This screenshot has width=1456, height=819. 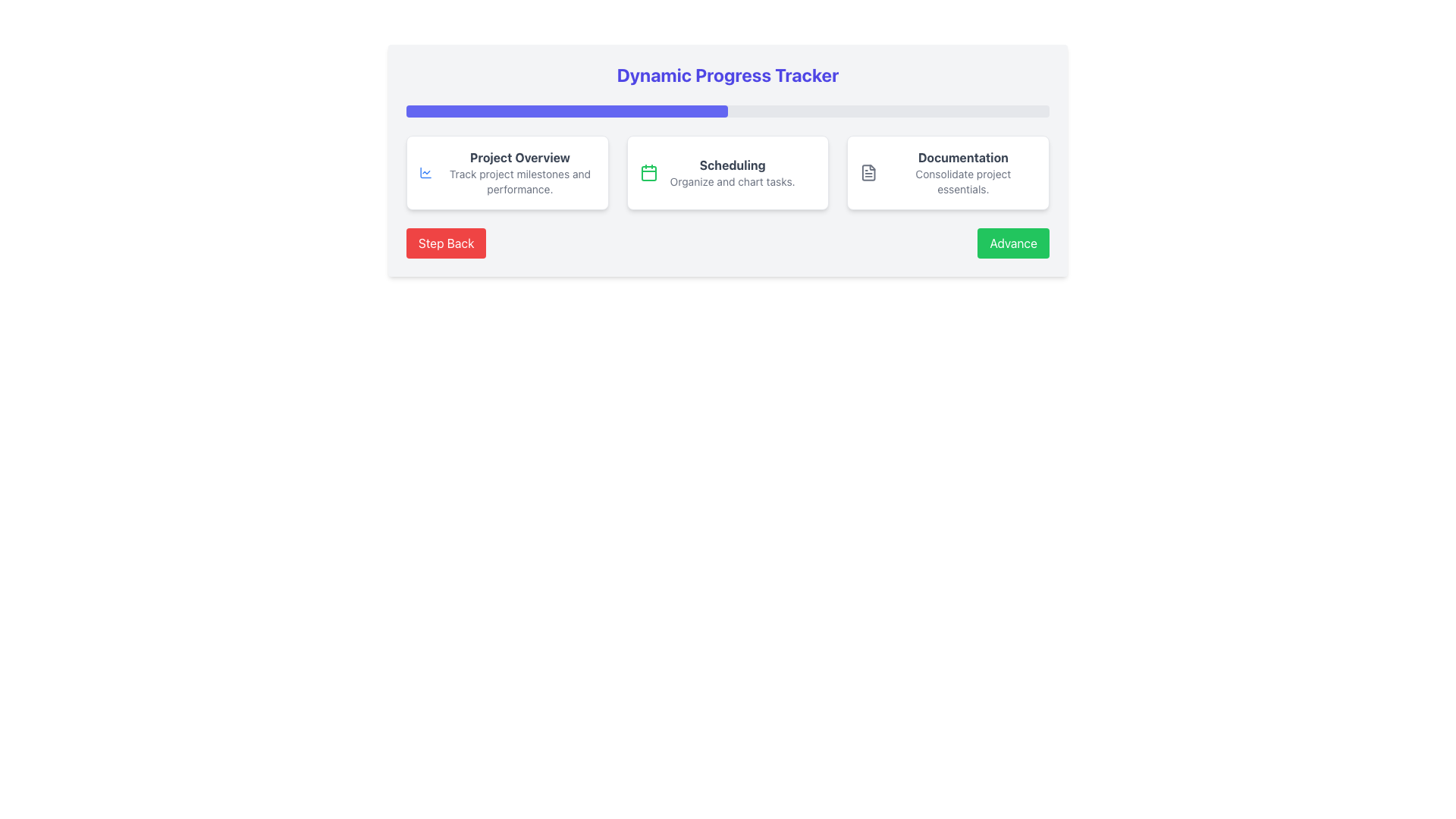 What do you see at coordinates (869, 171) in the screenshot?
I see `the main icon in the 'Documentation' card, located in the third column of the row of three cards in the center of the interface` at bounding box center [869, 171].